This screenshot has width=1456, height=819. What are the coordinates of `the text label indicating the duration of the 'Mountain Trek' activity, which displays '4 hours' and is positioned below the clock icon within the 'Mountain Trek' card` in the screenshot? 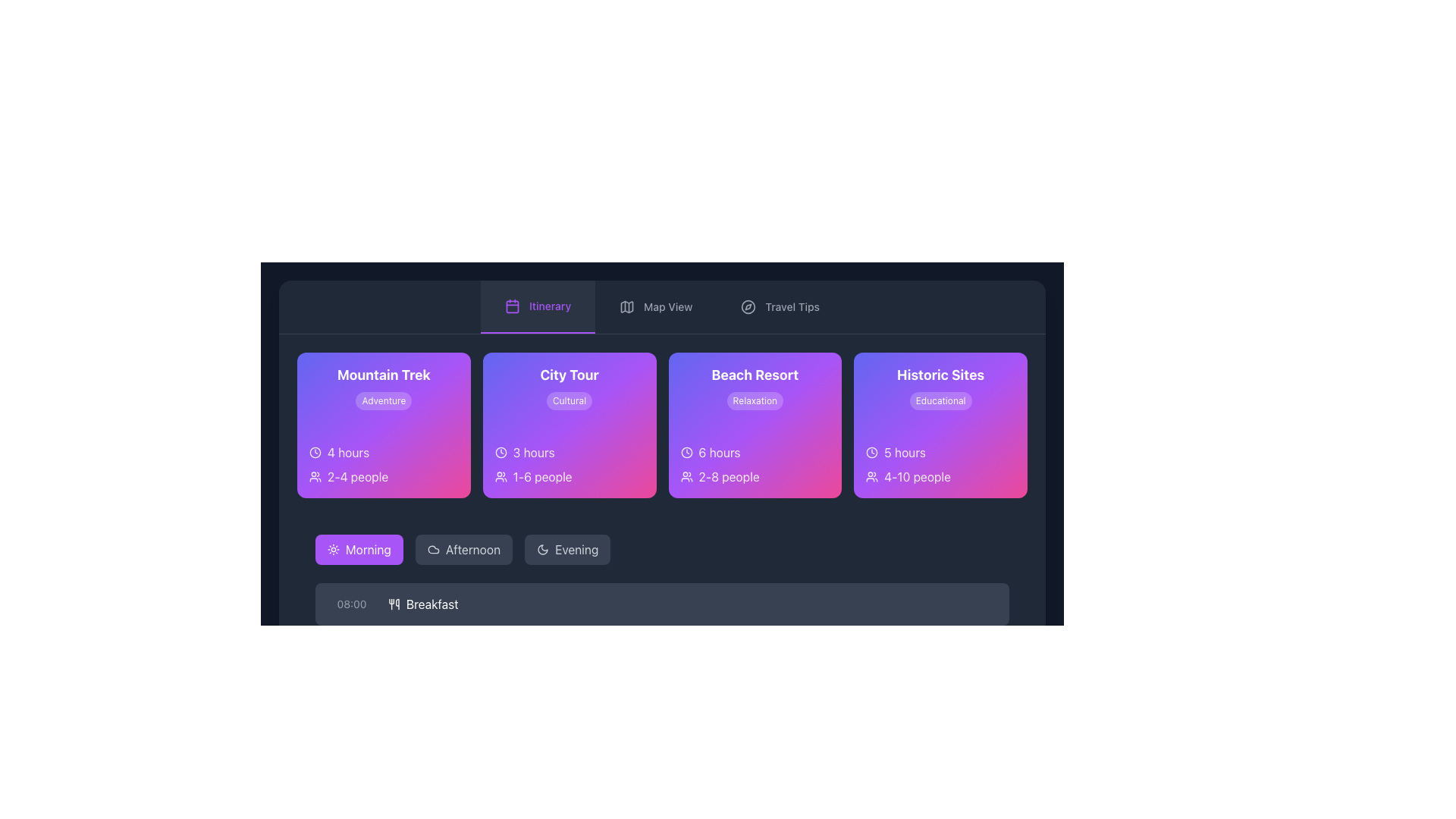 It's located at (347, 452).